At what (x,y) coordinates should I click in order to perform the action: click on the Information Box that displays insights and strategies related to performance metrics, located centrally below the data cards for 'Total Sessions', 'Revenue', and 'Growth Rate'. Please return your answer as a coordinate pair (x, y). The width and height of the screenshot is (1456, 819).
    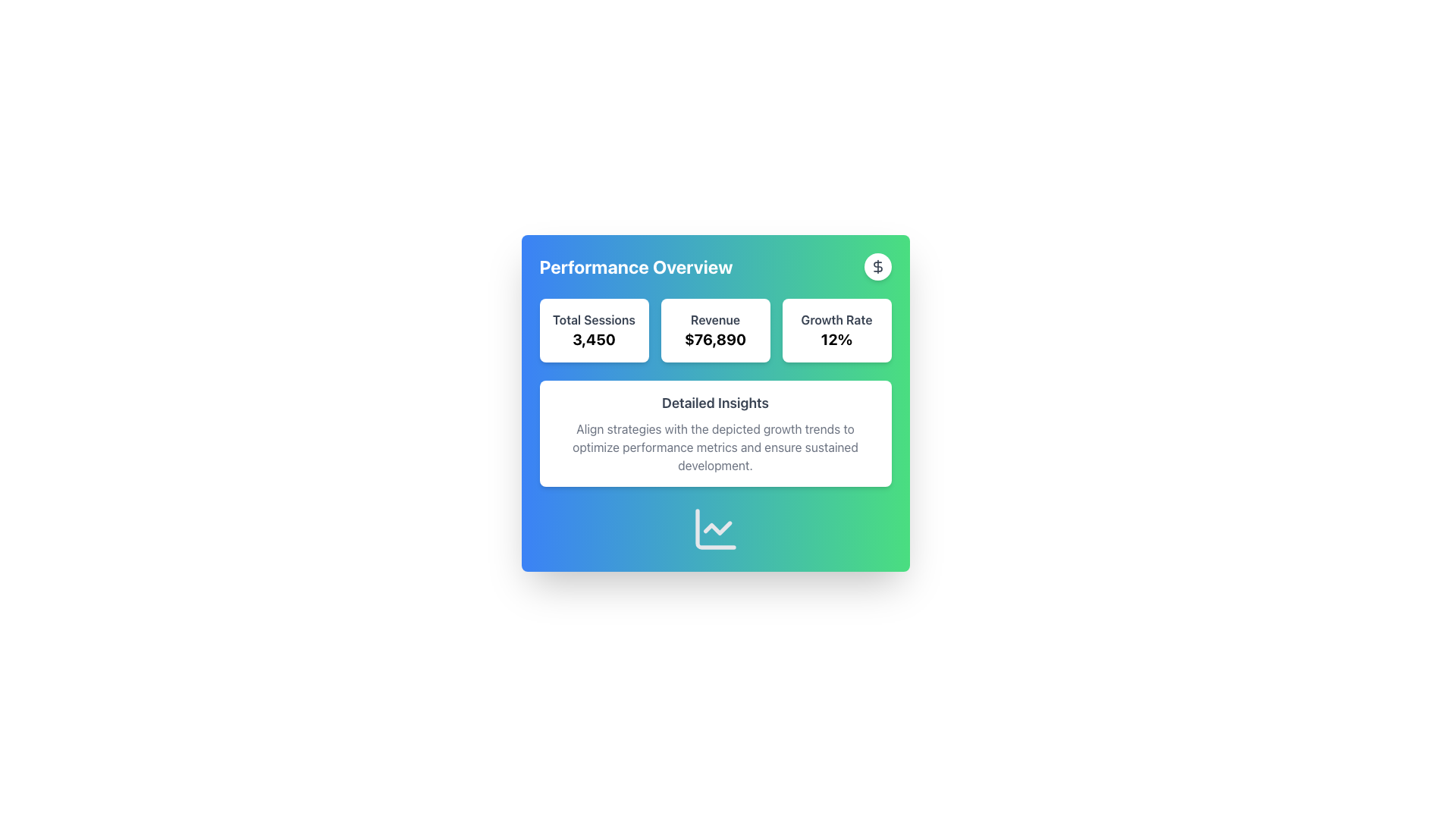
    Looking at the image, I should click on (714, 391).